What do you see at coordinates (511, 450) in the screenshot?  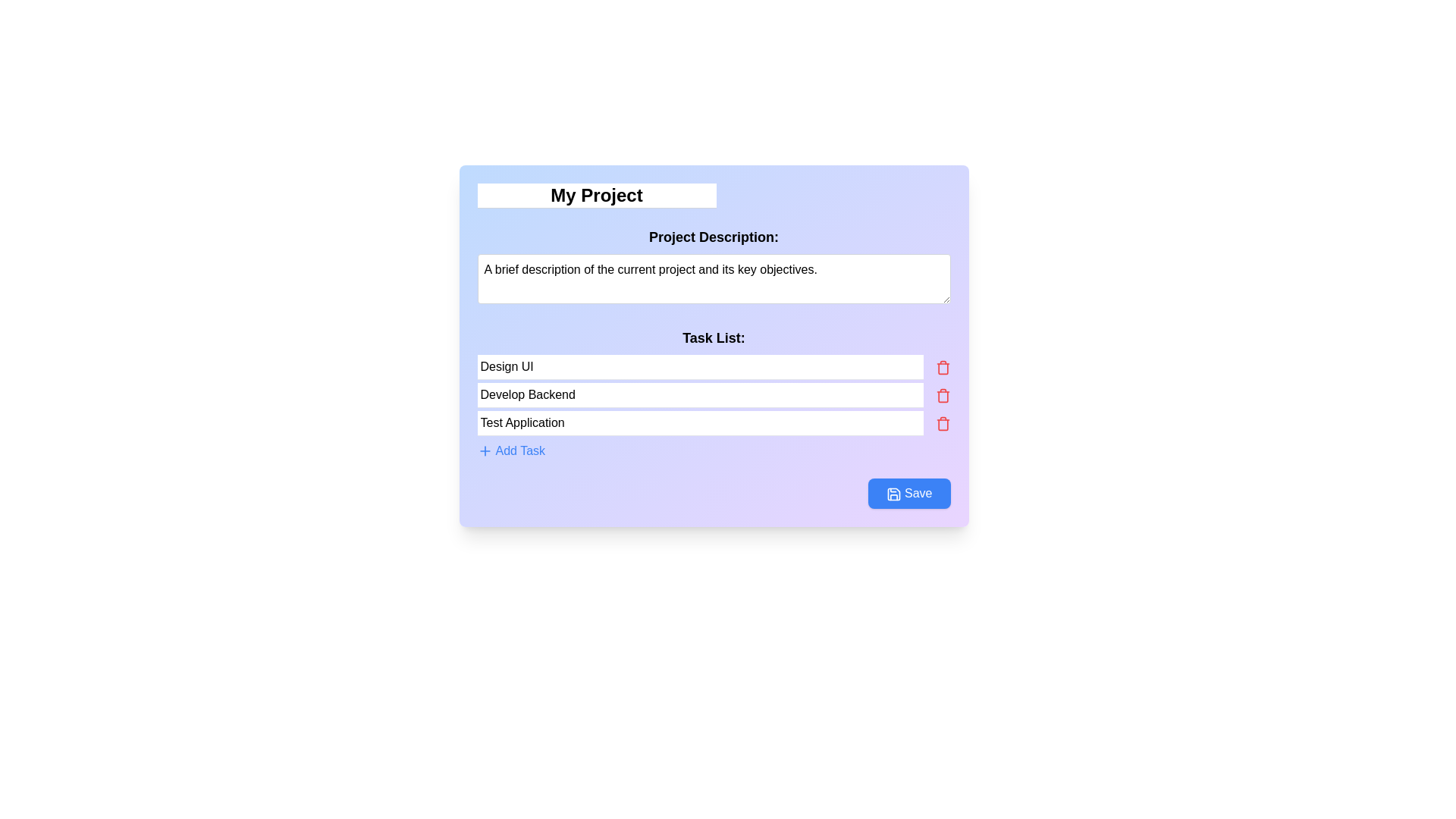 I see `the 'Add Task' button, which is a blue button with a plus icon located at the bottom of the 'Task List' section` at bounding box center [511, 450].